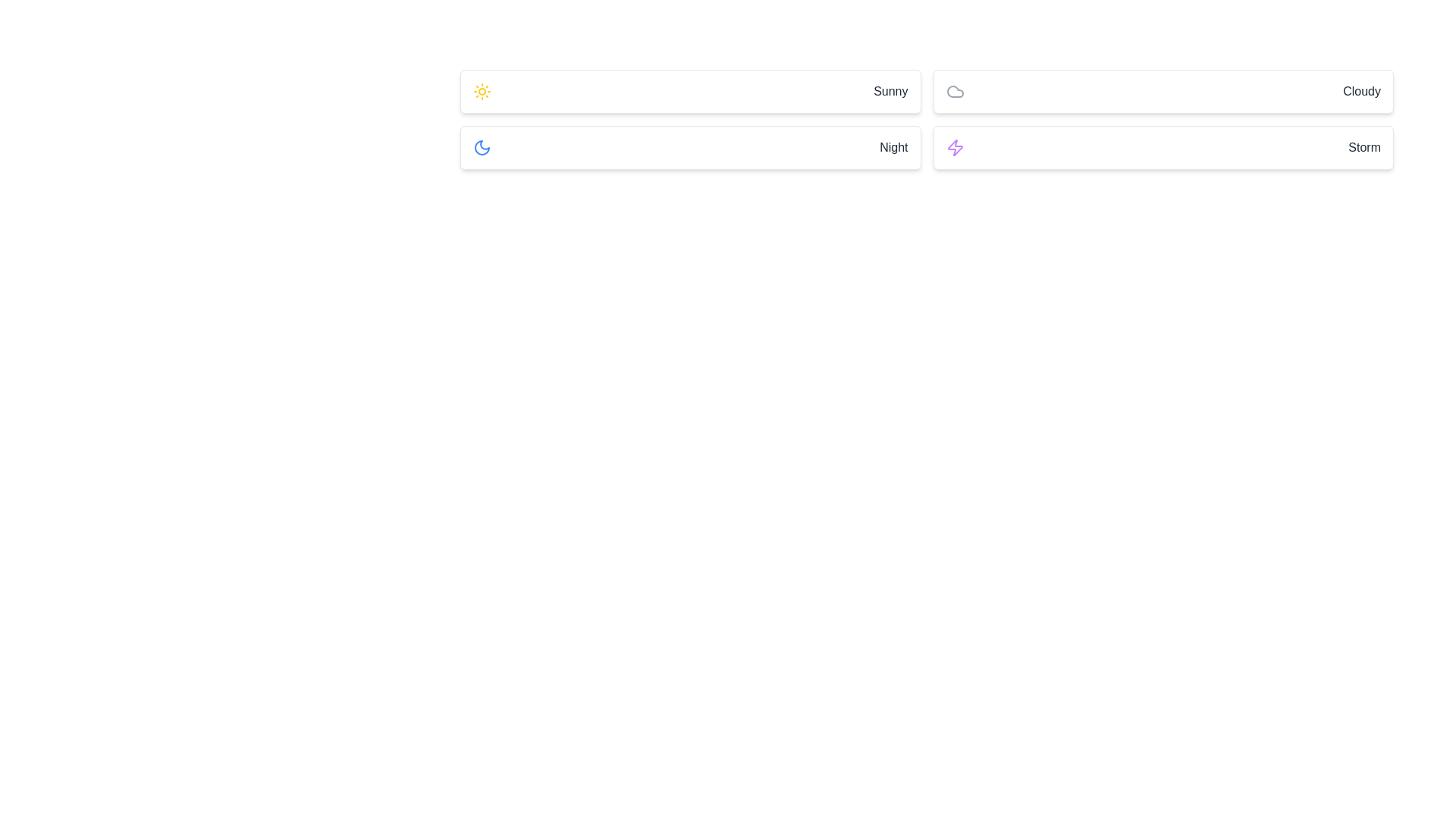 The image size is (1456, 819). What do you see at coordinates (954, 148) in the screenshot?
I see `the storm icon located in the lower right section of the interface within the 'Storm' card` at bounding box center [954, 148].